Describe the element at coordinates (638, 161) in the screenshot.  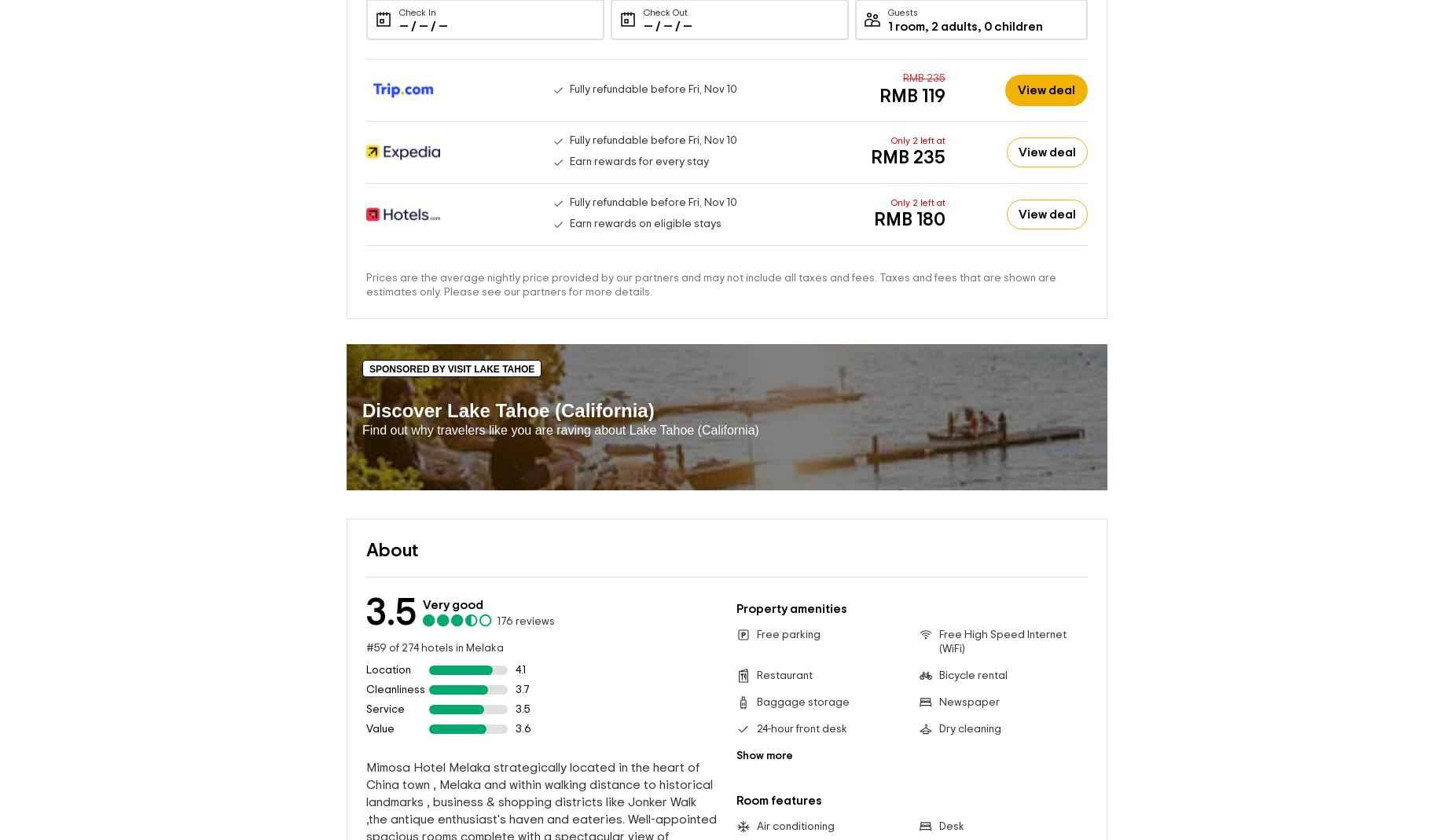
I see `'Earn rewards for every stay'` at that location.